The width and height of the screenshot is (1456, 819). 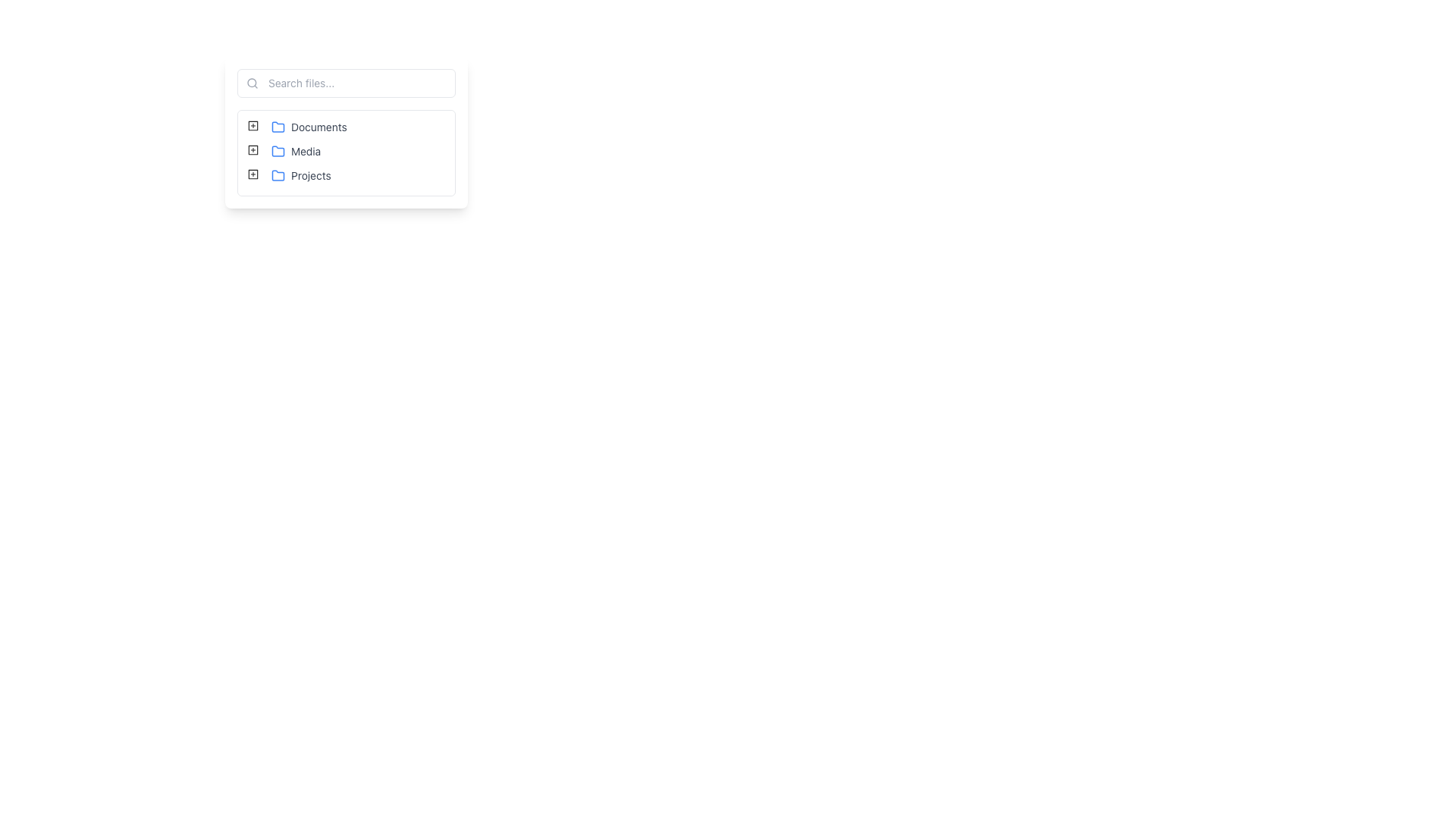 What do you see at coordinates (253, 124) in the screenshot?
I see `the plus-square icon button (tree-switcher)` at bounding box center [253, 124].